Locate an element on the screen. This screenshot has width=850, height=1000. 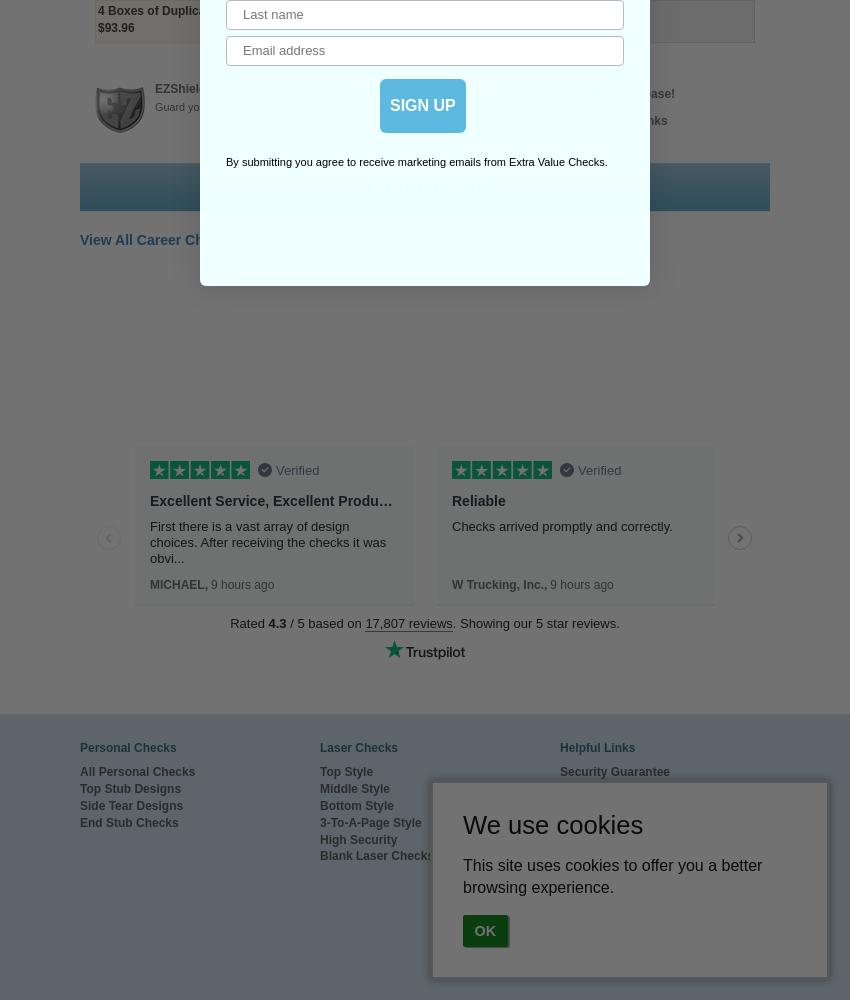
'Privacy Policy' is located at coordinates (599, 890).